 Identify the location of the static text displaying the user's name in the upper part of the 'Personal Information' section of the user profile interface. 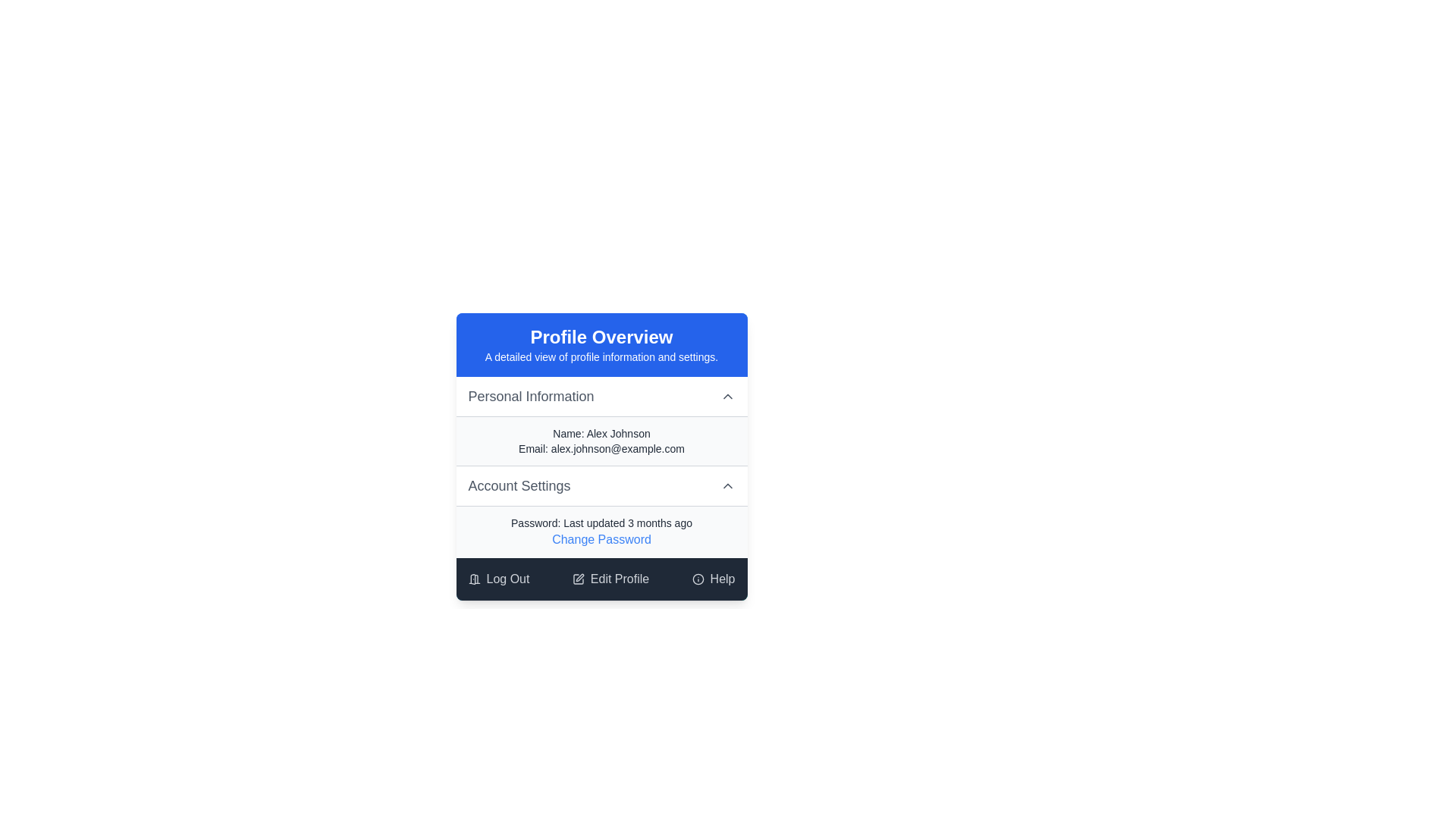
(601, 433).